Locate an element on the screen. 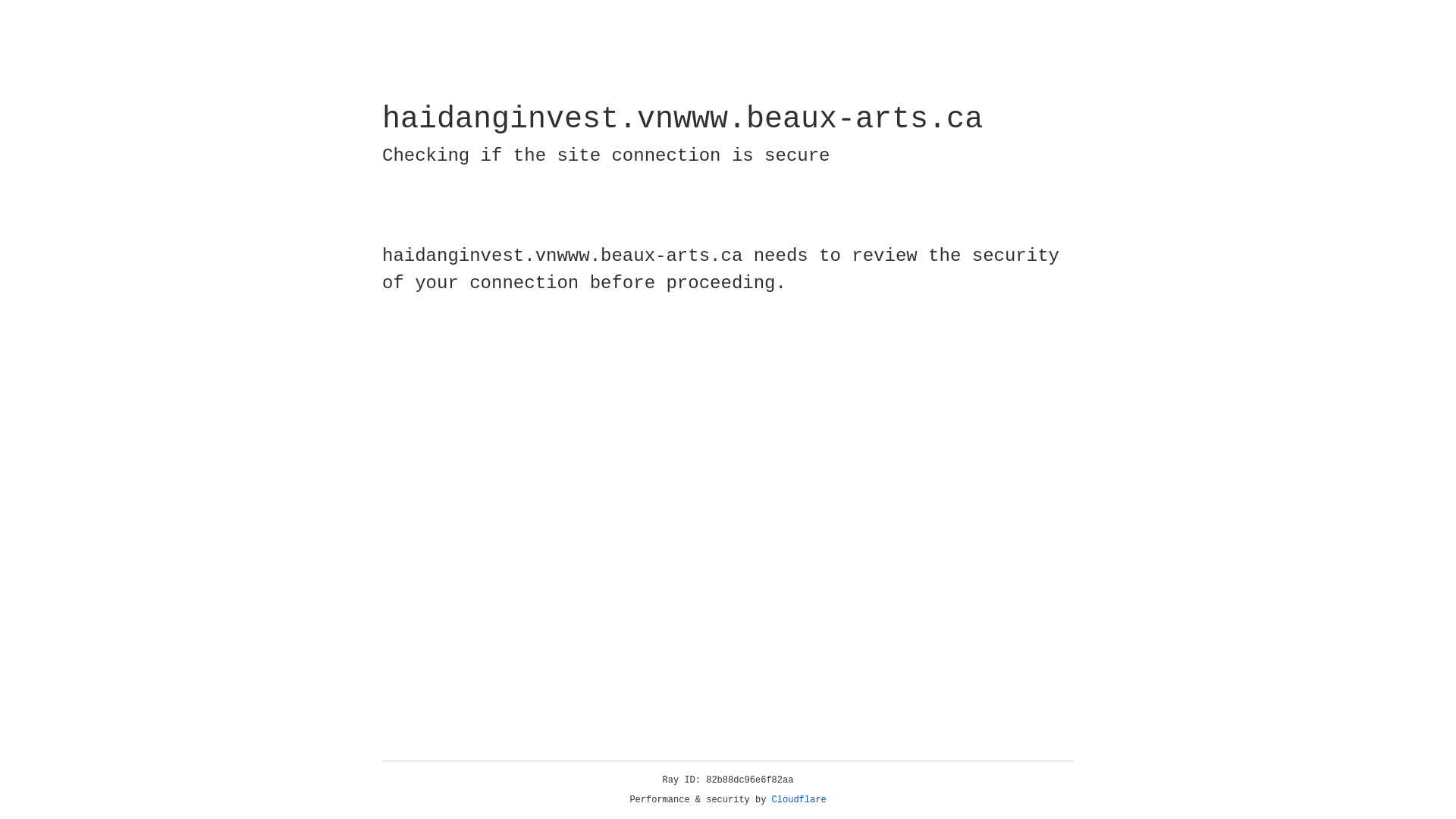 The image size is (1456, 819). 'Cloudflare' is located at coordinates (799, 799).